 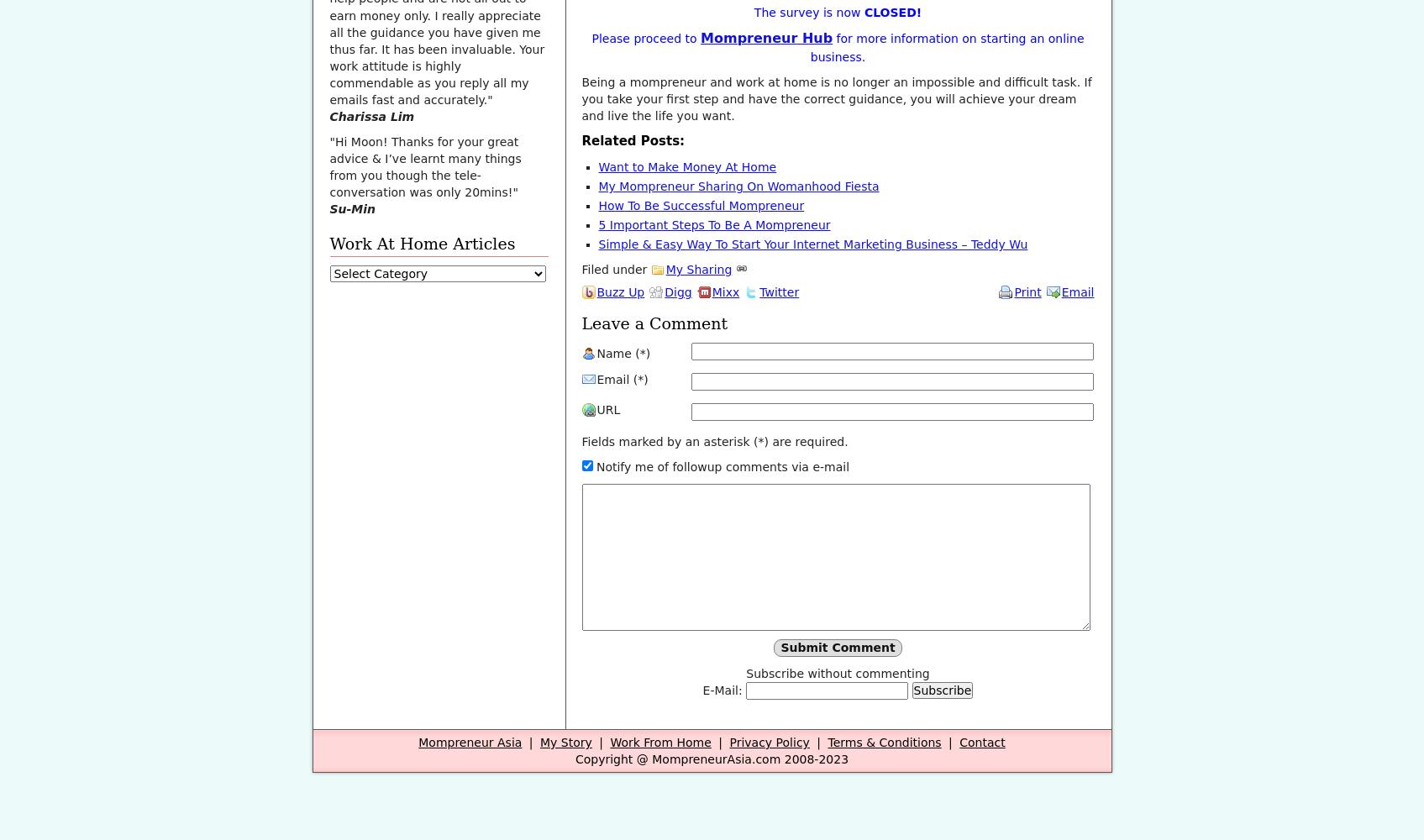 What do you see at coordinates (812, 244) in the screenshot?
I see `'Simple & Easy Way To Start Your Internet Marketing Business – Teddy Wu'` at bounding box center [812, 244].